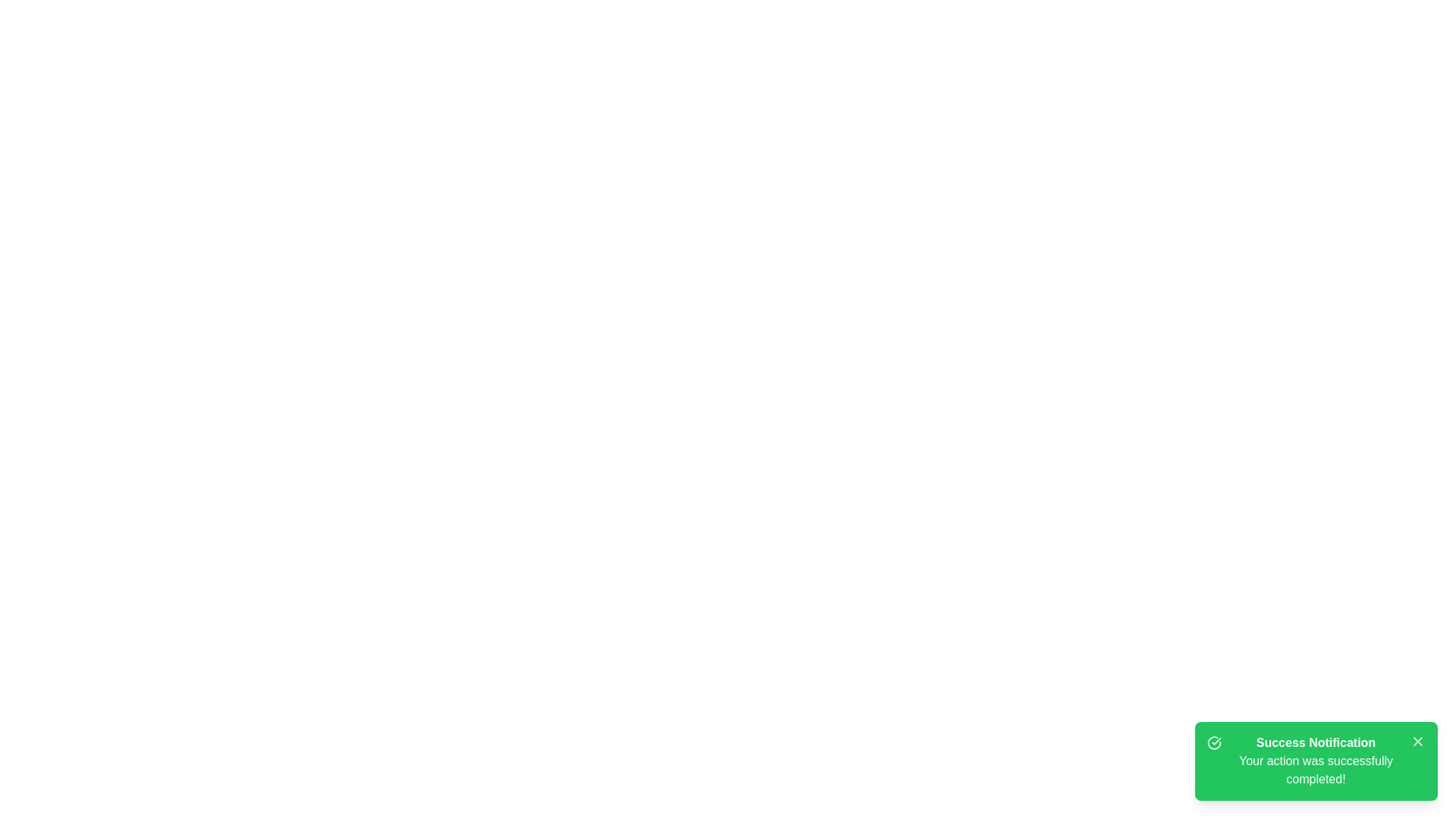 This screenshot has height=819, width=1456. What do you see at coordinates (1214, 742) in the screenshot?
I see `the notification icon to examine it` at bounding box center [1214, 742].